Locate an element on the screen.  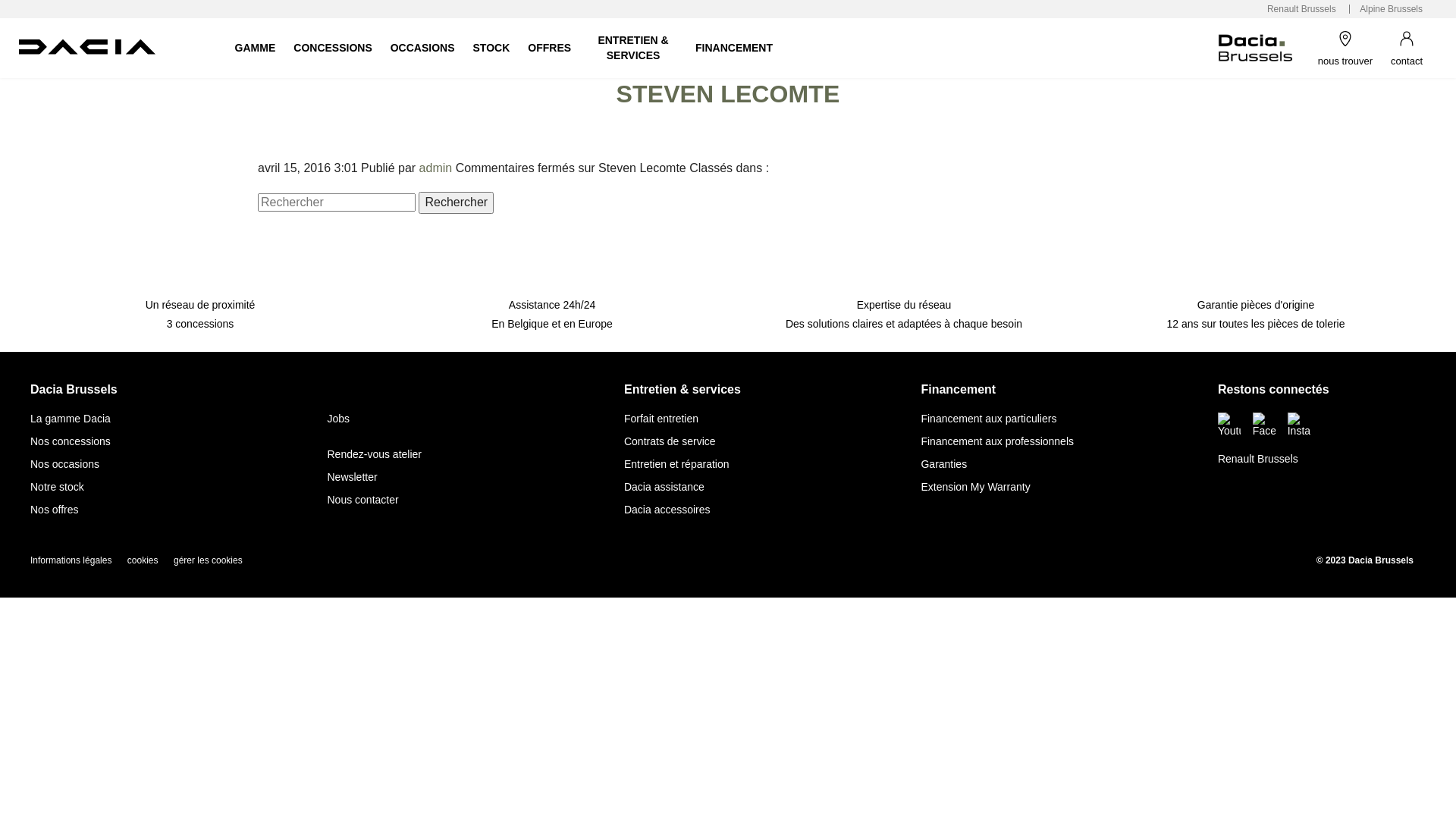
'Financement aux particuliers' is located at coordinates (988, 418).